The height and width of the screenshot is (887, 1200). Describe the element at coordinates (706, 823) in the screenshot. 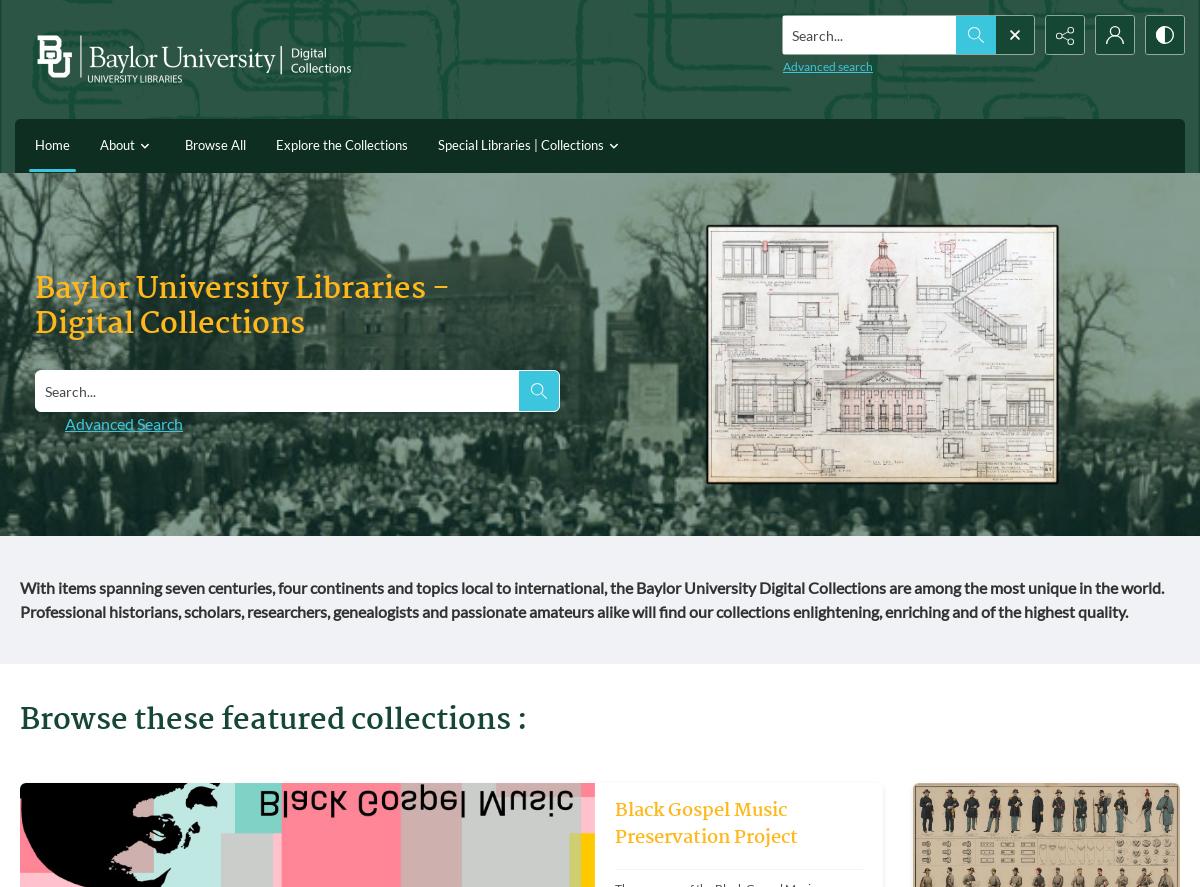

I see `'Black Gospel Music Preservation Project'` at that location.